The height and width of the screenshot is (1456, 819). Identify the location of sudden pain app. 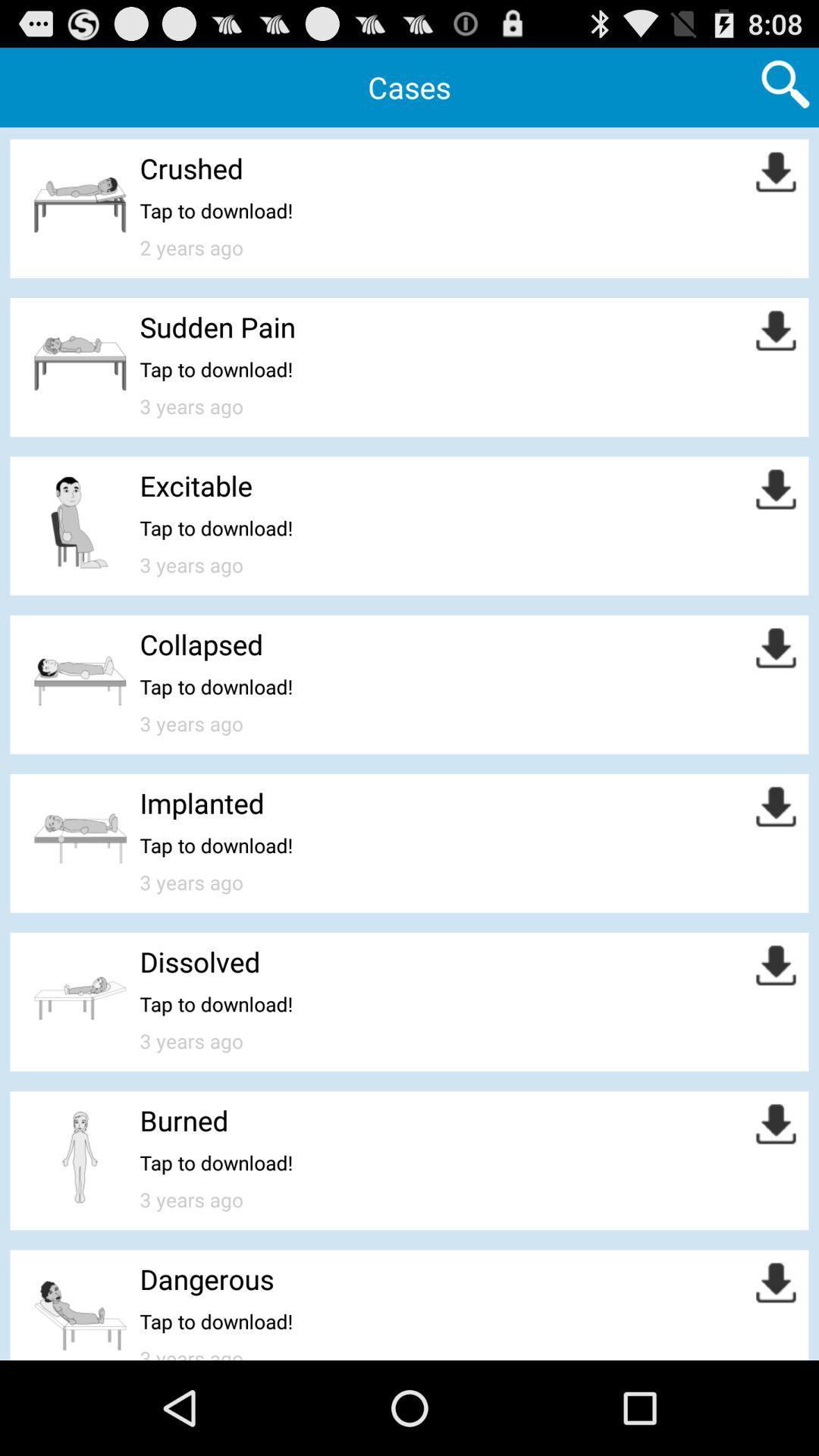
(218, 326).